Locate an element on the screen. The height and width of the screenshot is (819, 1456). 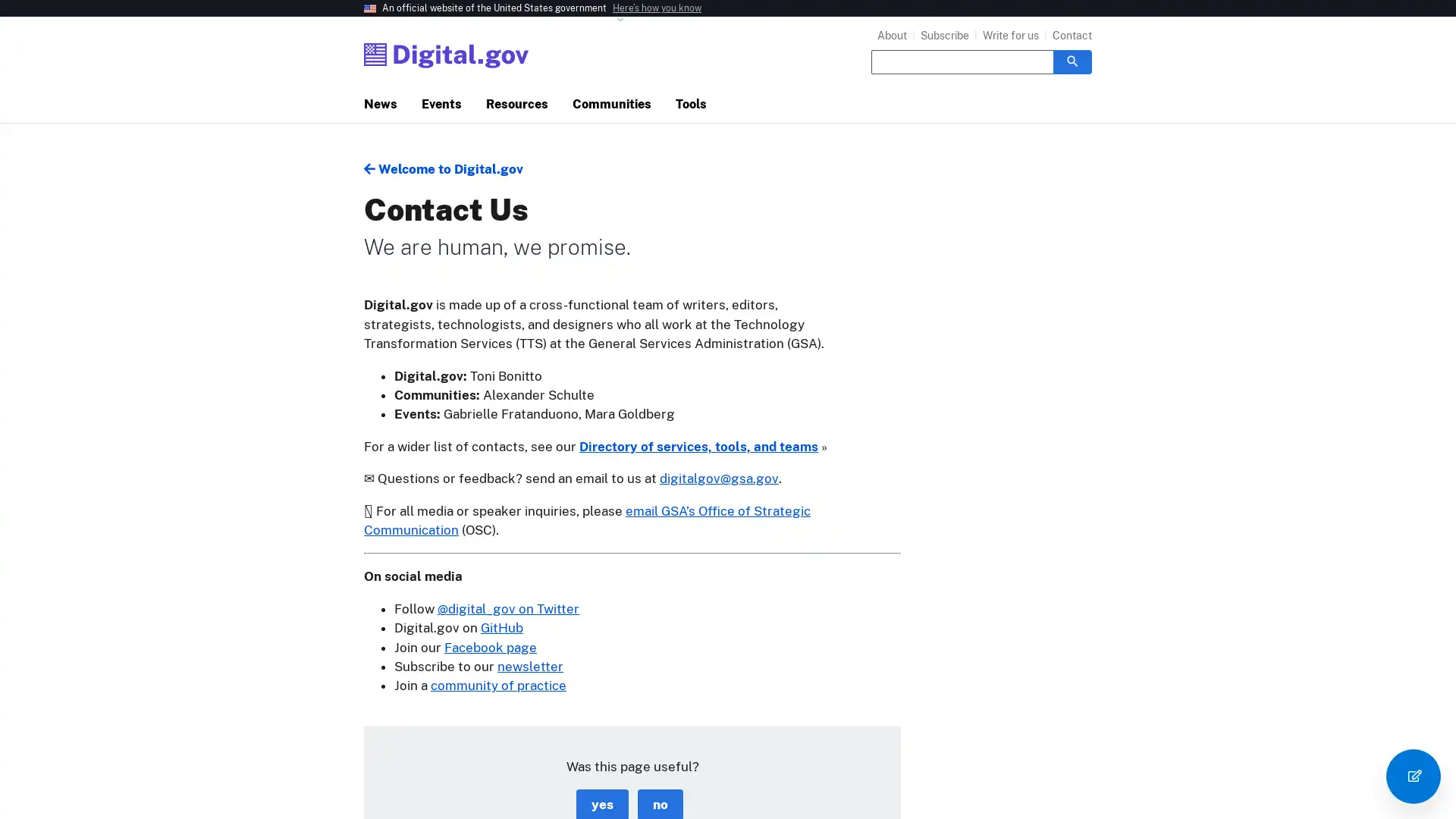
Search is located at coordinates (1072, 61).